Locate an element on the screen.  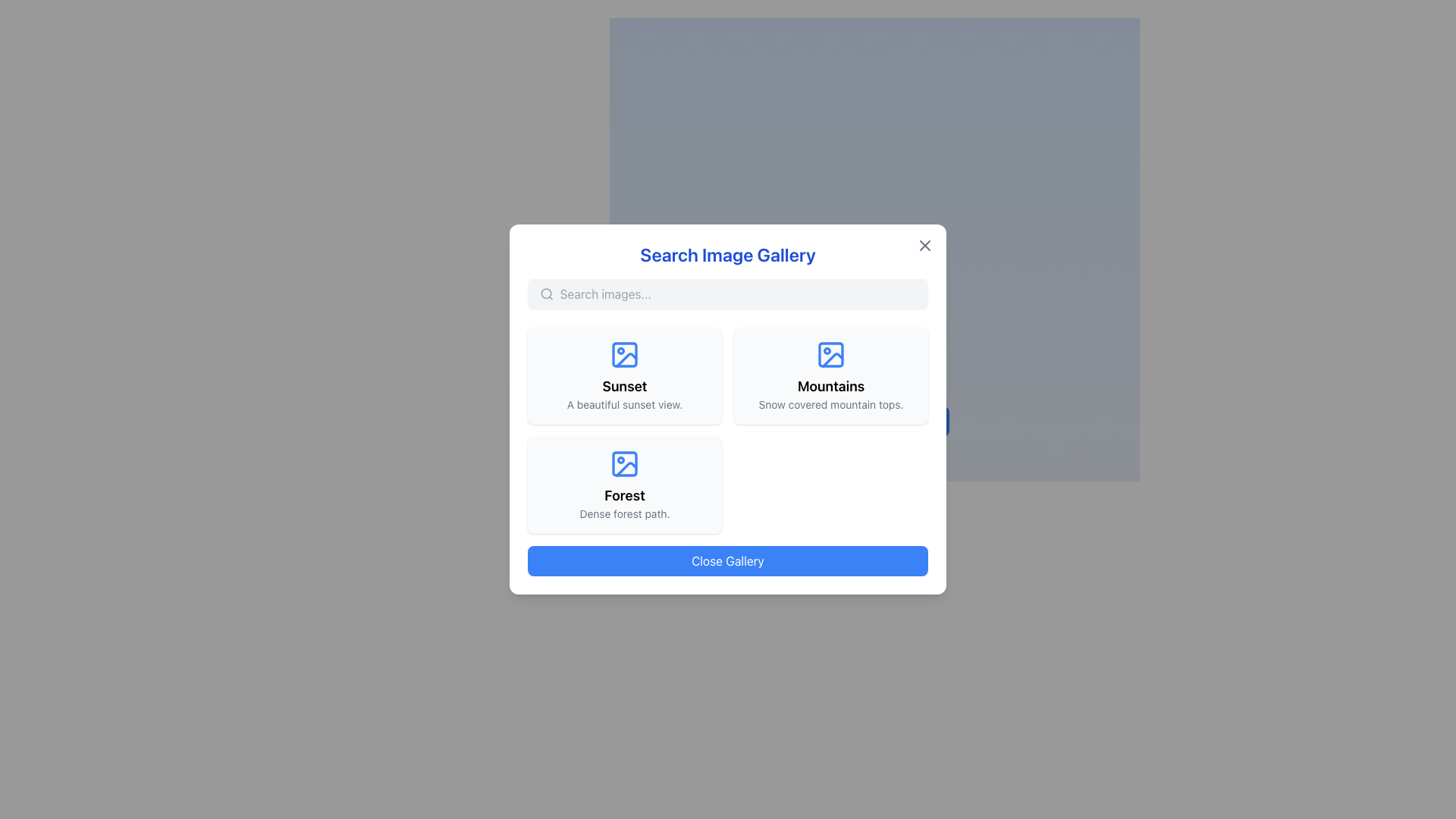
the circular body of the magnifying glass icon located in the top left corner of the search bar in the 'Search Image Gallery' modal is located at coordinates (546, 293).